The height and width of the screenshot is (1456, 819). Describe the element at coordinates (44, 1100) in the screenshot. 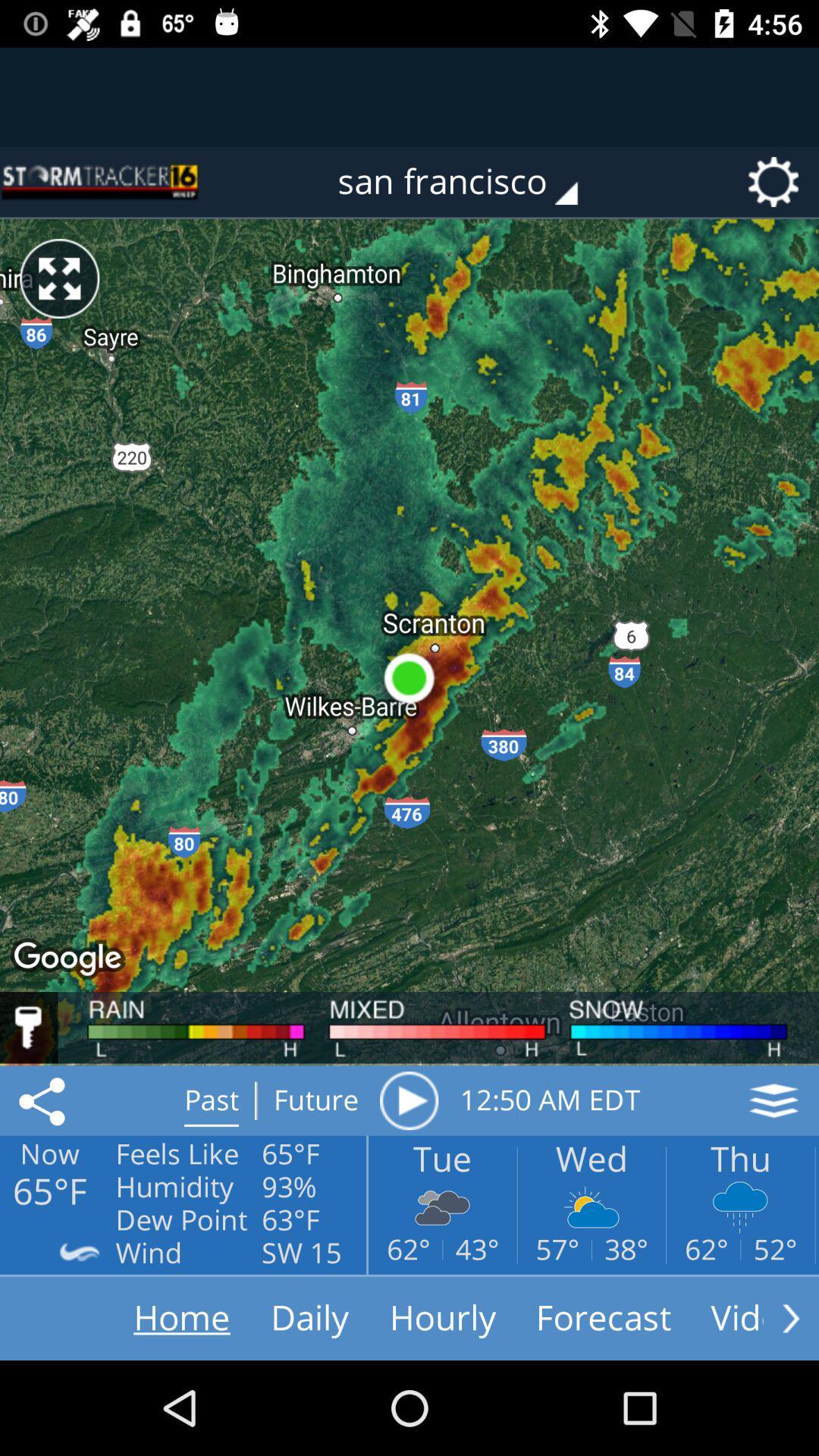

I see `share the forecast` at that location.